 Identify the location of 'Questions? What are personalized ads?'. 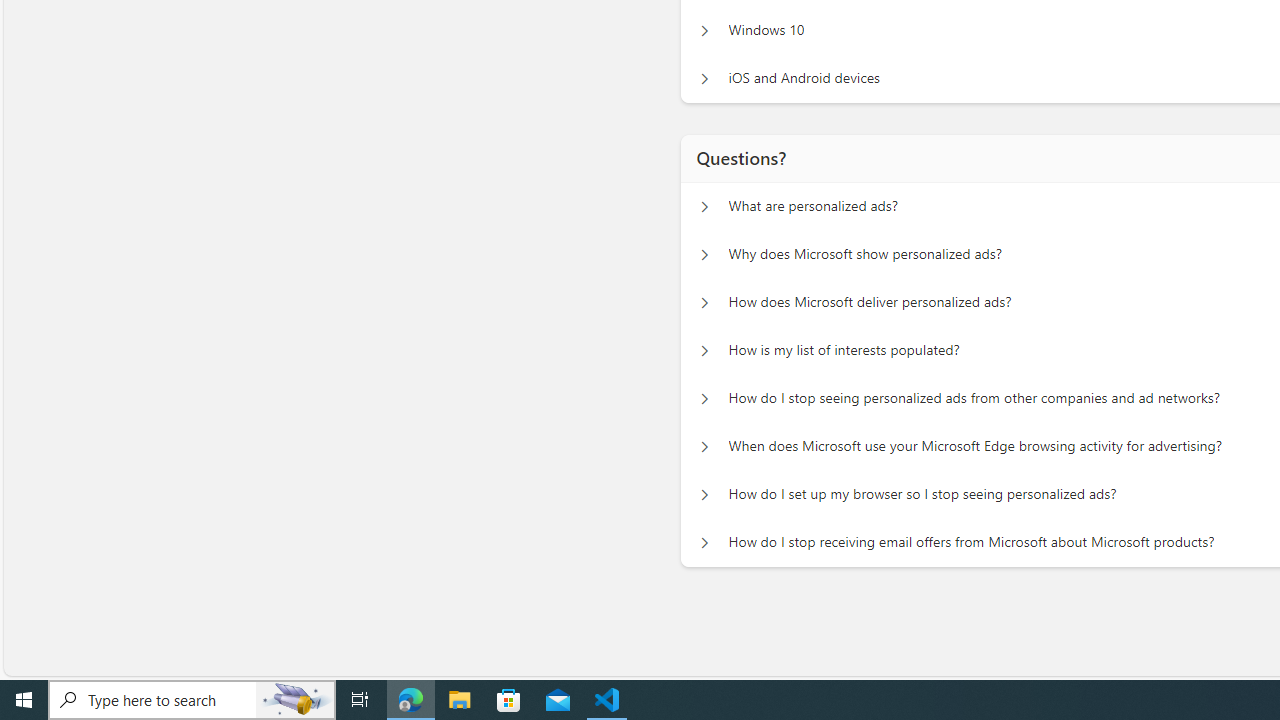
(704, 206).